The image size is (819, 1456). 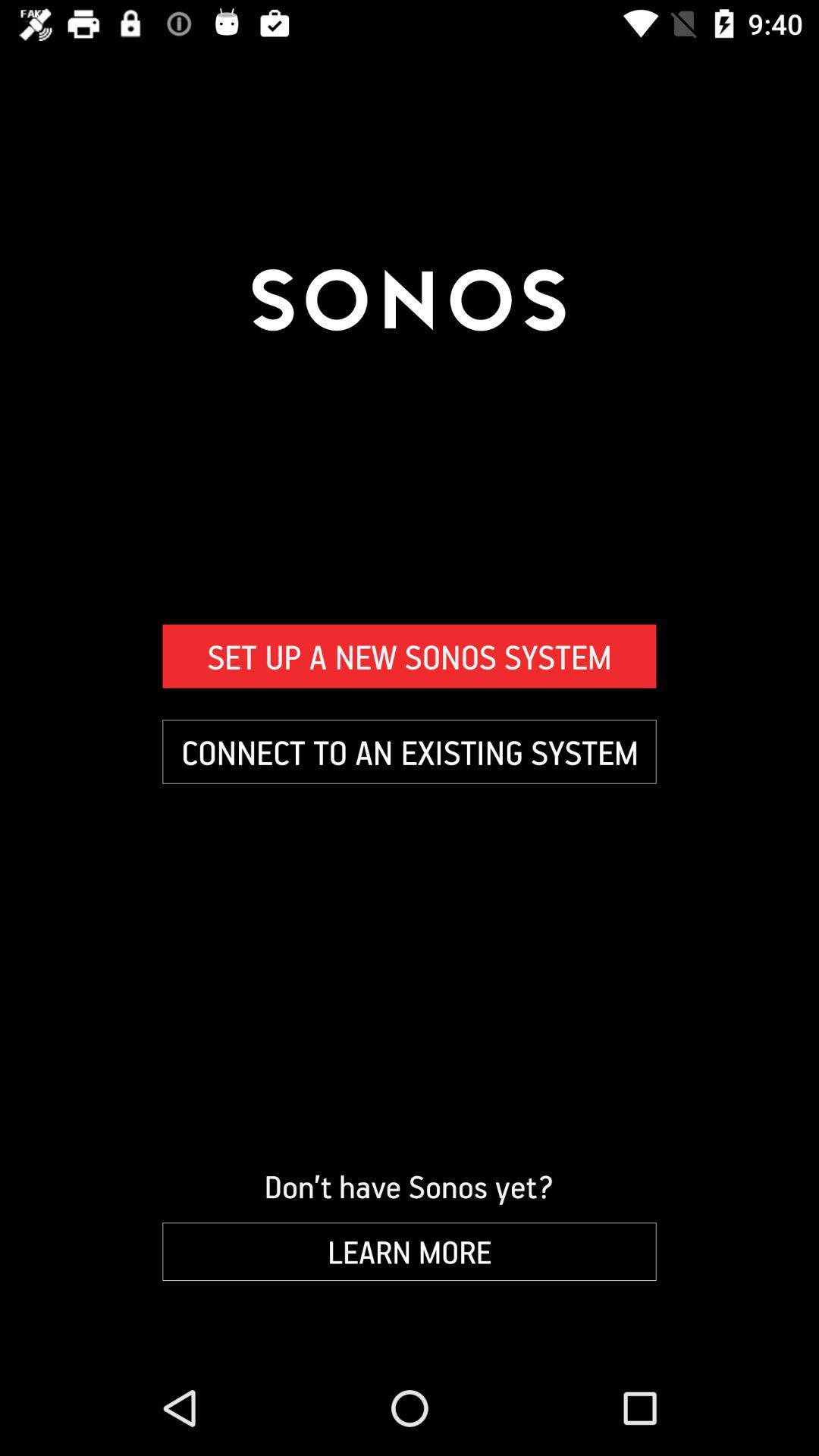 I want to click on the connect to an, so click(x=409, y=752).